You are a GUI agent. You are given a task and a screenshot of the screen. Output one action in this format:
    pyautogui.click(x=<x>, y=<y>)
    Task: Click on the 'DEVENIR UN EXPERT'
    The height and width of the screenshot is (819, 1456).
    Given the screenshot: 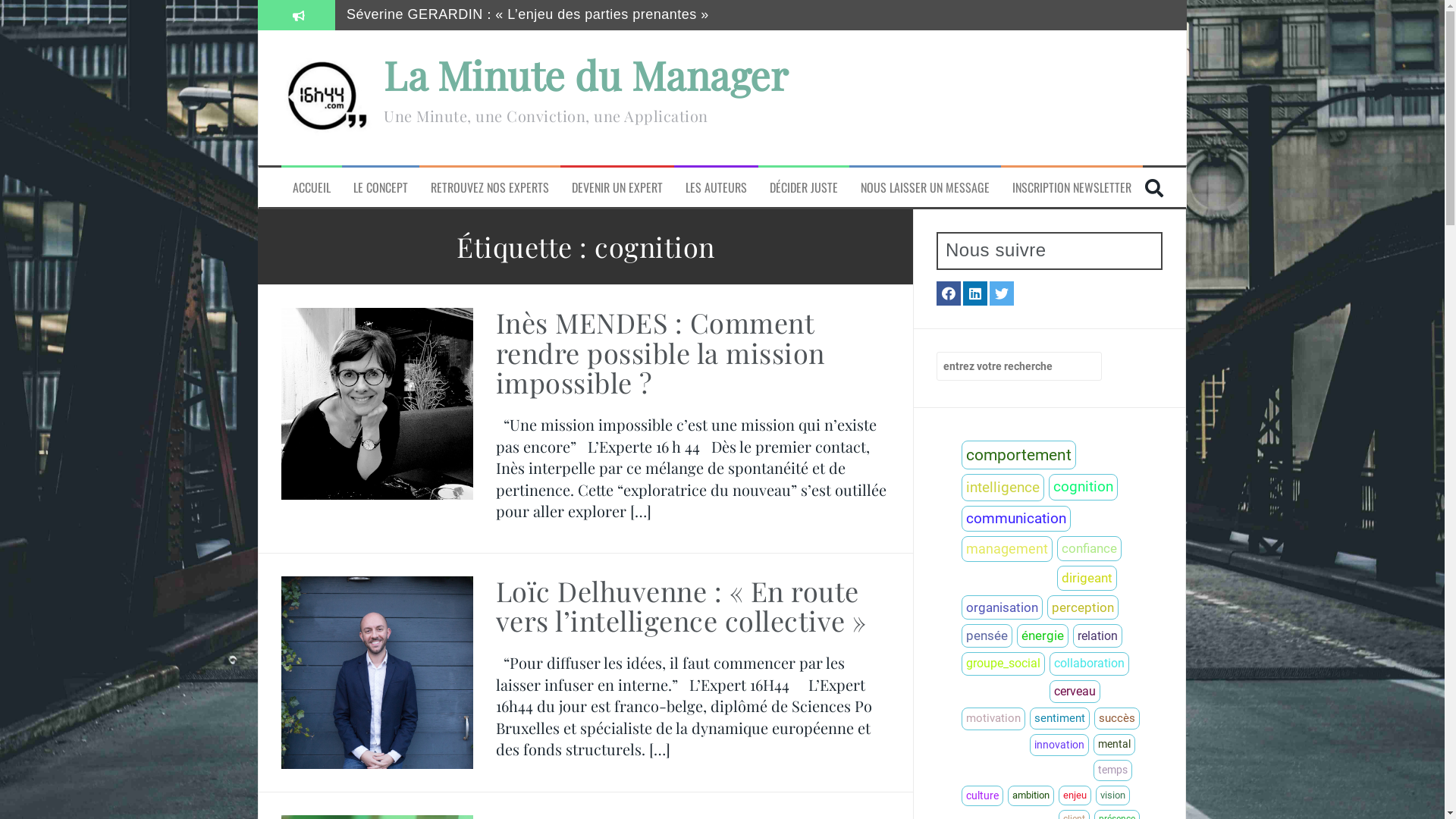 What is the action you would take?
    pyautogui.click(x=617, y=187)
    